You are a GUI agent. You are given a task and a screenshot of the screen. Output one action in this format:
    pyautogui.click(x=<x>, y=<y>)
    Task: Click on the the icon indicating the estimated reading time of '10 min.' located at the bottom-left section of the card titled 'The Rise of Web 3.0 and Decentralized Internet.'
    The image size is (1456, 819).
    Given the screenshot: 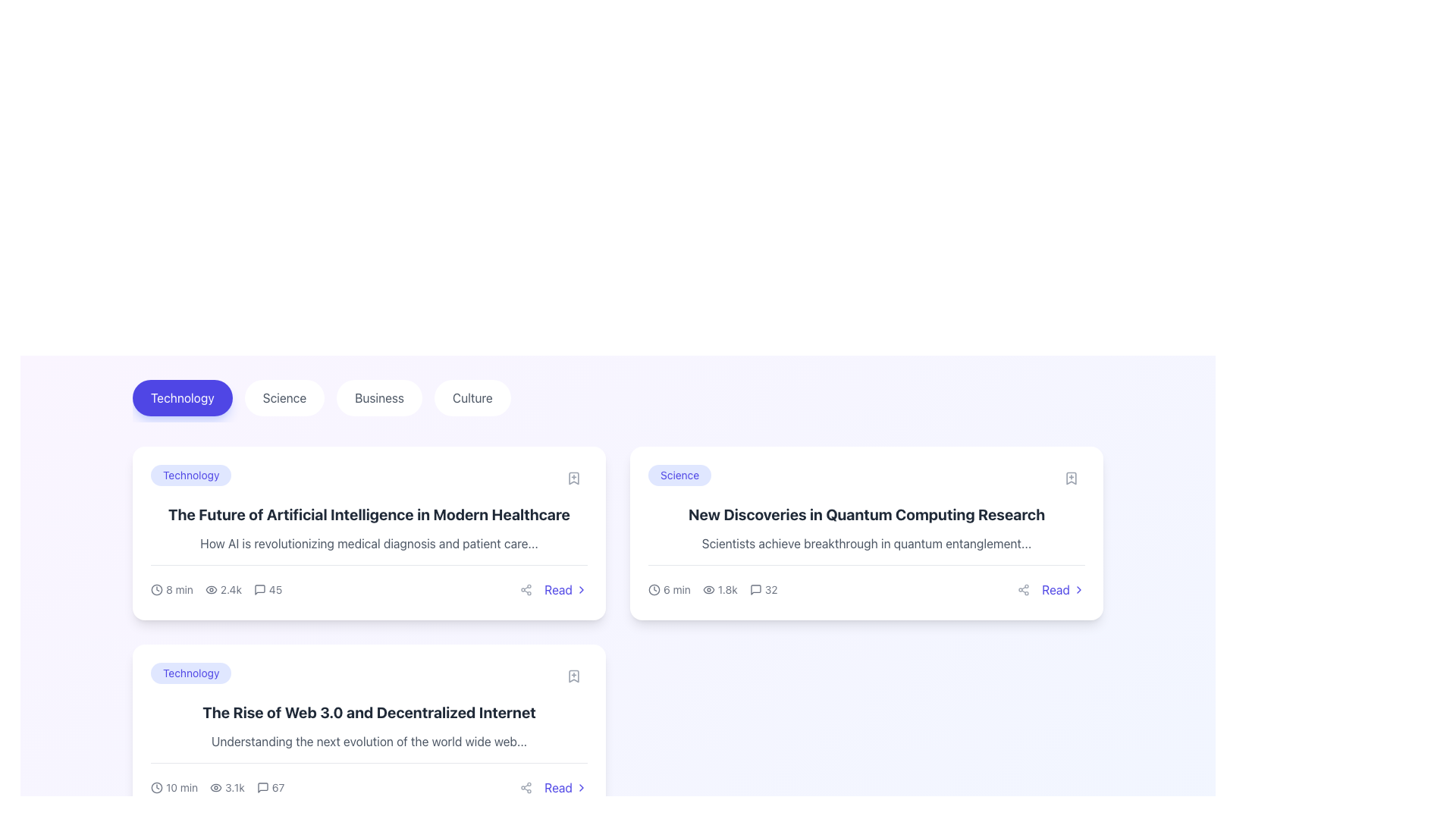 What is the action you would take?
    pyautogui.click(x=156, y=786)
    